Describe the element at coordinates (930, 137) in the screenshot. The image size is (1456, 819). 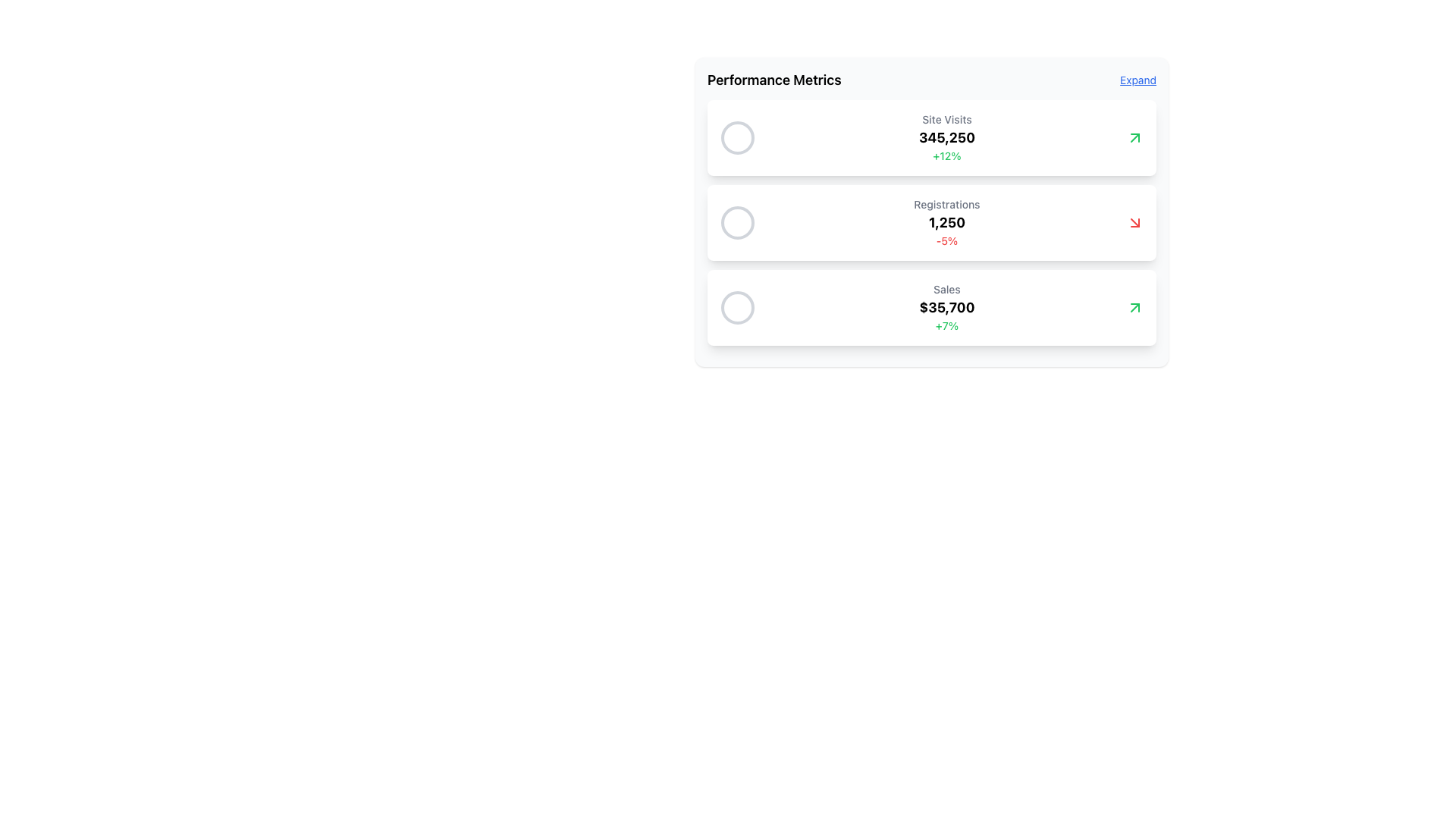
I see `the informational card displaying 'Site Visits' with metrics '345,250' and '+12%' in the Performance Metrics section` at that location.